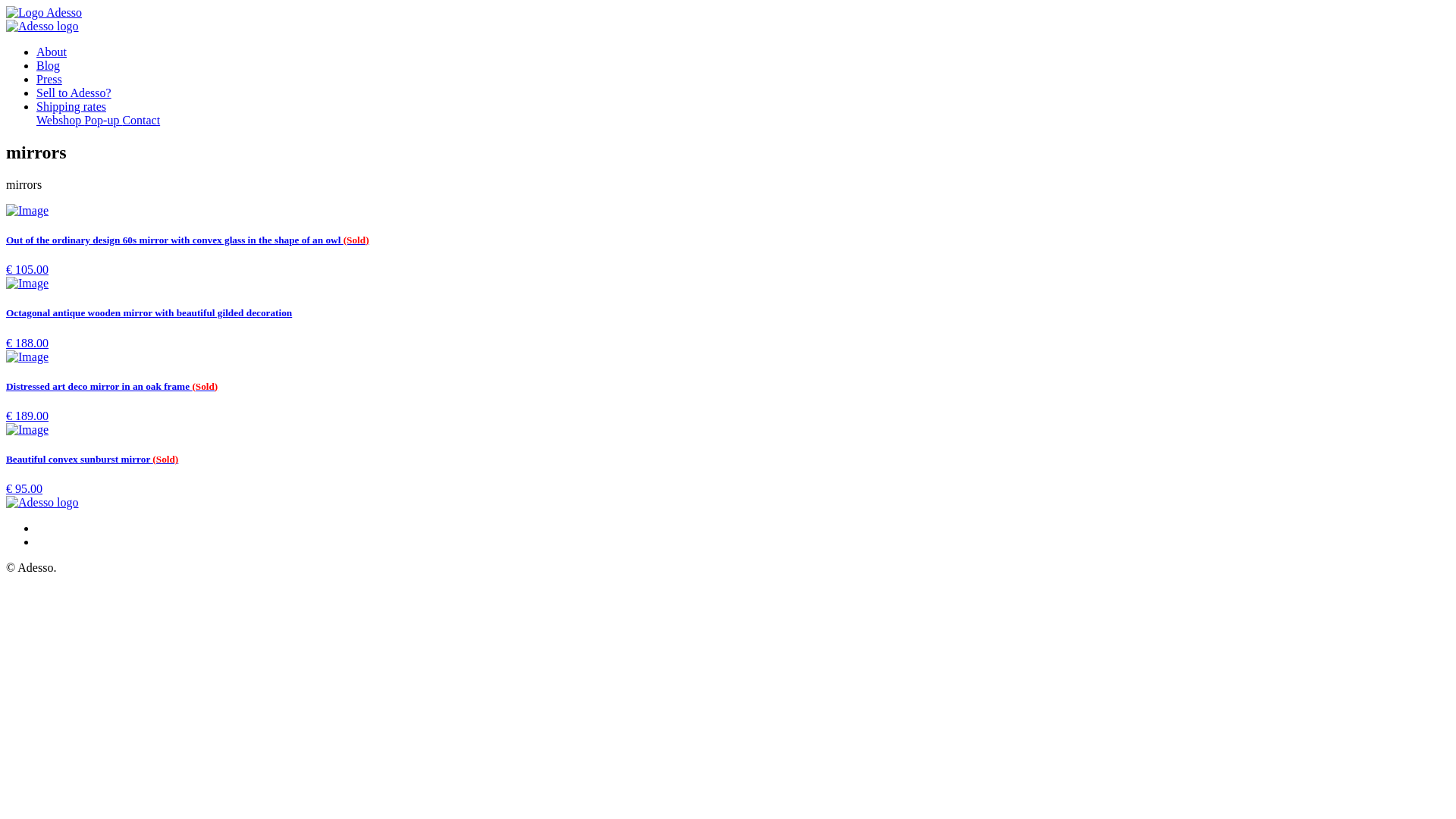  Describe the element at coordinates (49, 79) in the screenshot. I see `'Press'` at that location.